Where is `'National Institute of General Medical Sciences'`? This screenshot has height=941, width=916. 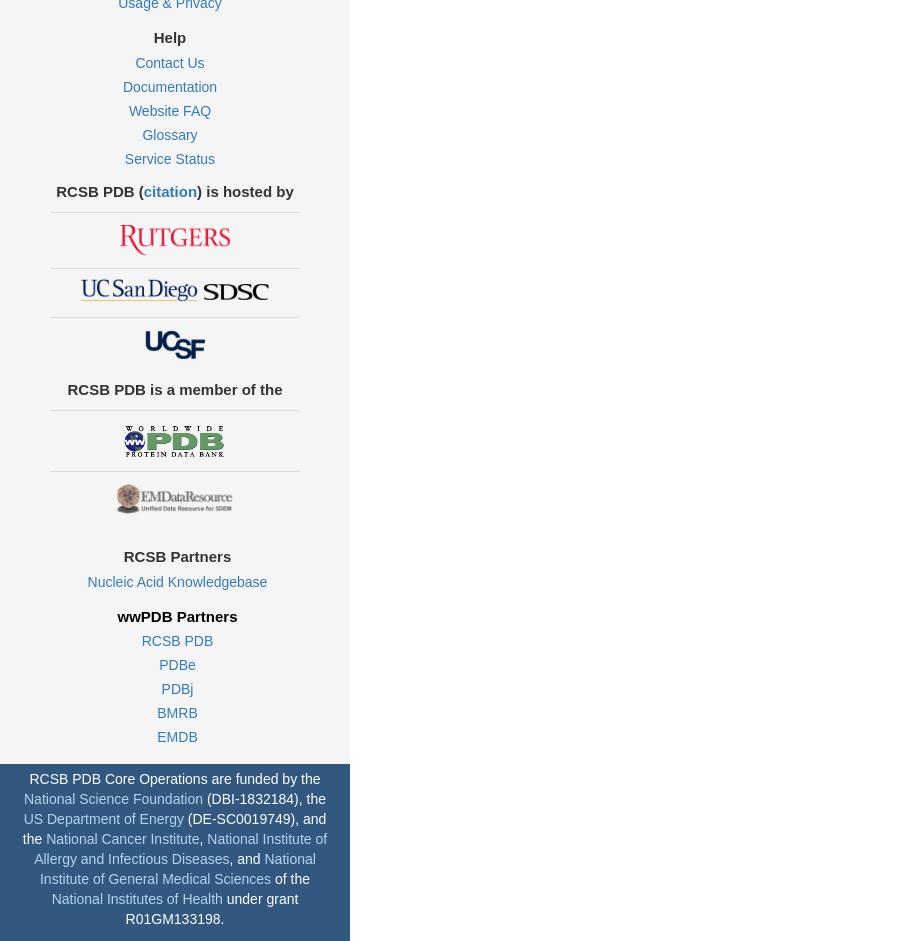 'National Institute of General Medical Sciences' is located at coordinates (175, 867).